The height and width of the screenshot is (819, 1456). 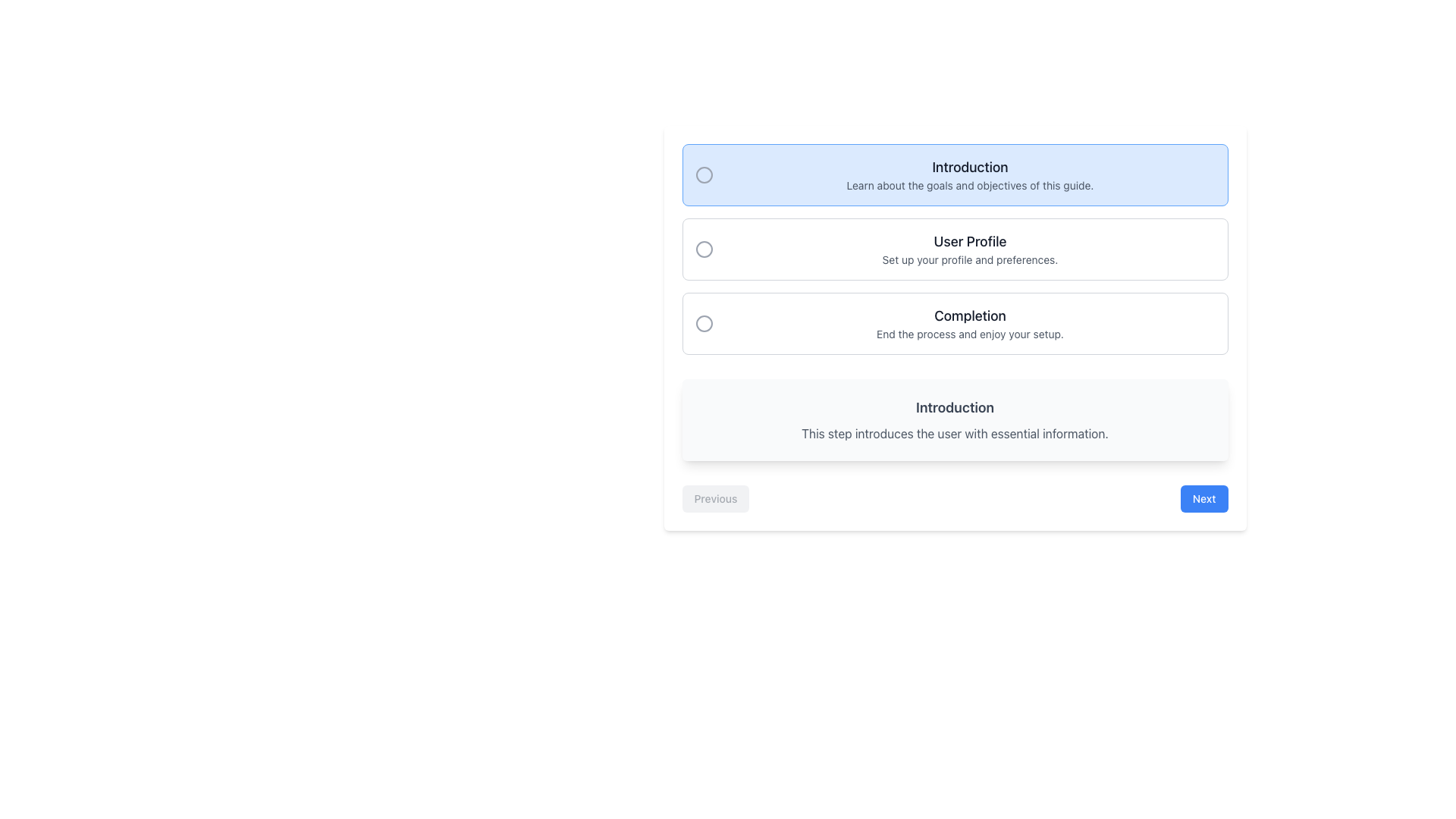 What do you see at coordinates (969, 241) in the screenshot?
I see `the 'User Profile' text label, which is styled in a larger bold font and colored dark gray, serving as the title of an option within a list of elements` at bounding box center [969, 241].